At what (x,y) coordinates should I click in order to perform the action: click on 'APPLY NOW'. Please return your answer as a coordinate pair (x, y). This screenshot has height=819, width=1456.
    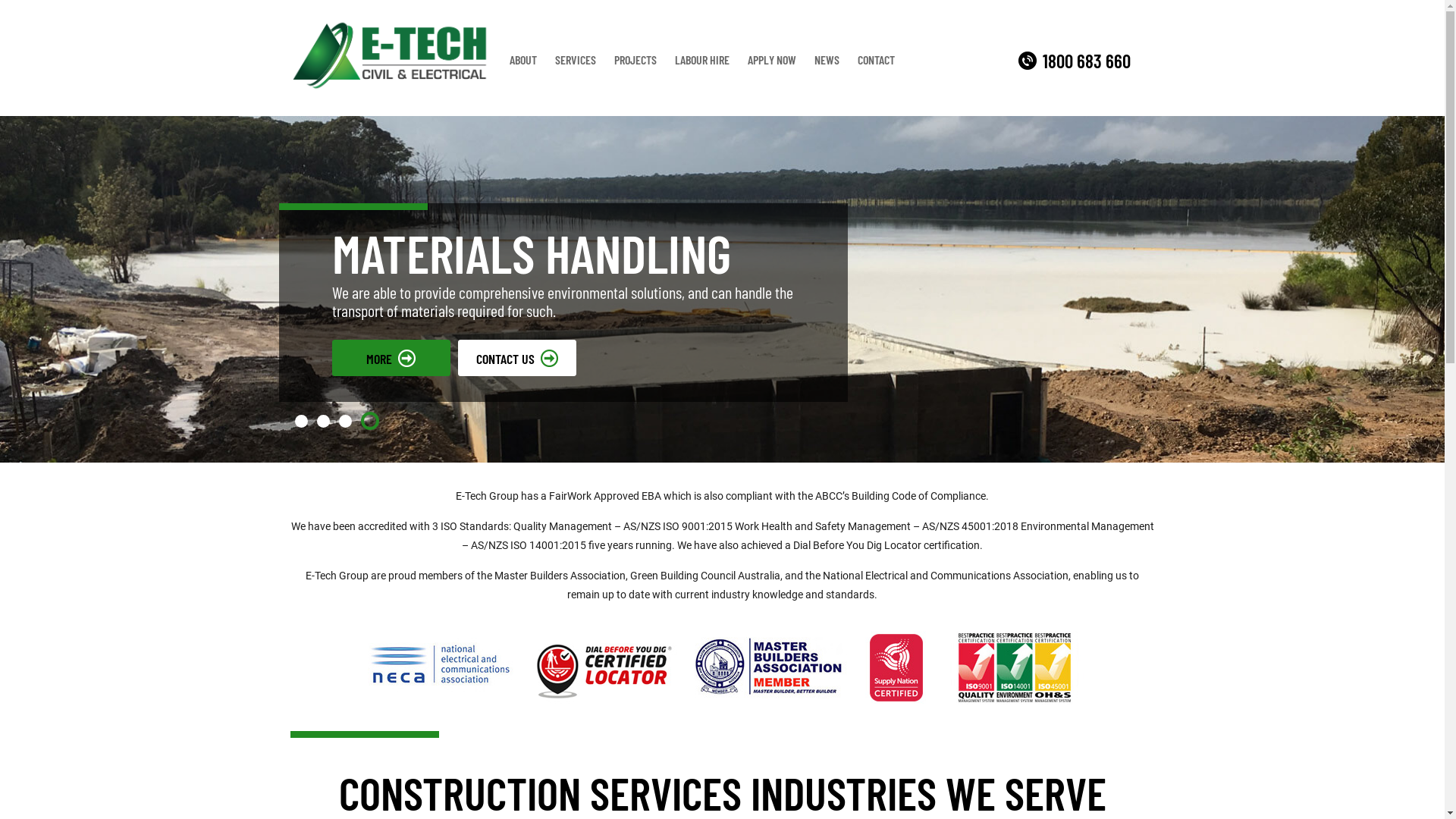
    Looking at the image, I should click on (771, 58).